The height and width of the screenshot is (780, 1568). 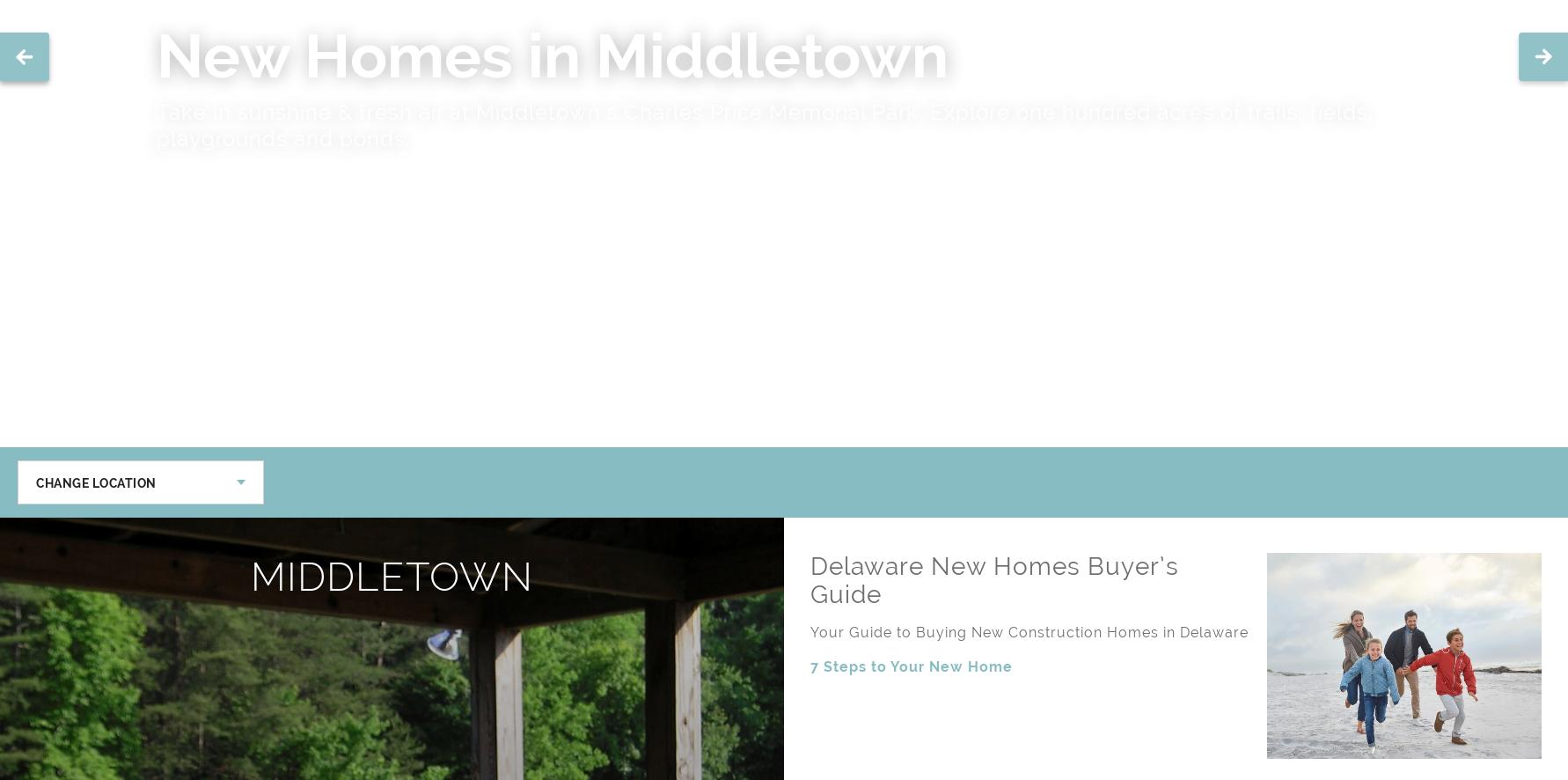 What do you see at coordinates (994, 580) in the screenshot?
I see `'Delaware New Homes Buyer’s Guide'` at bounding box center [994, 580].